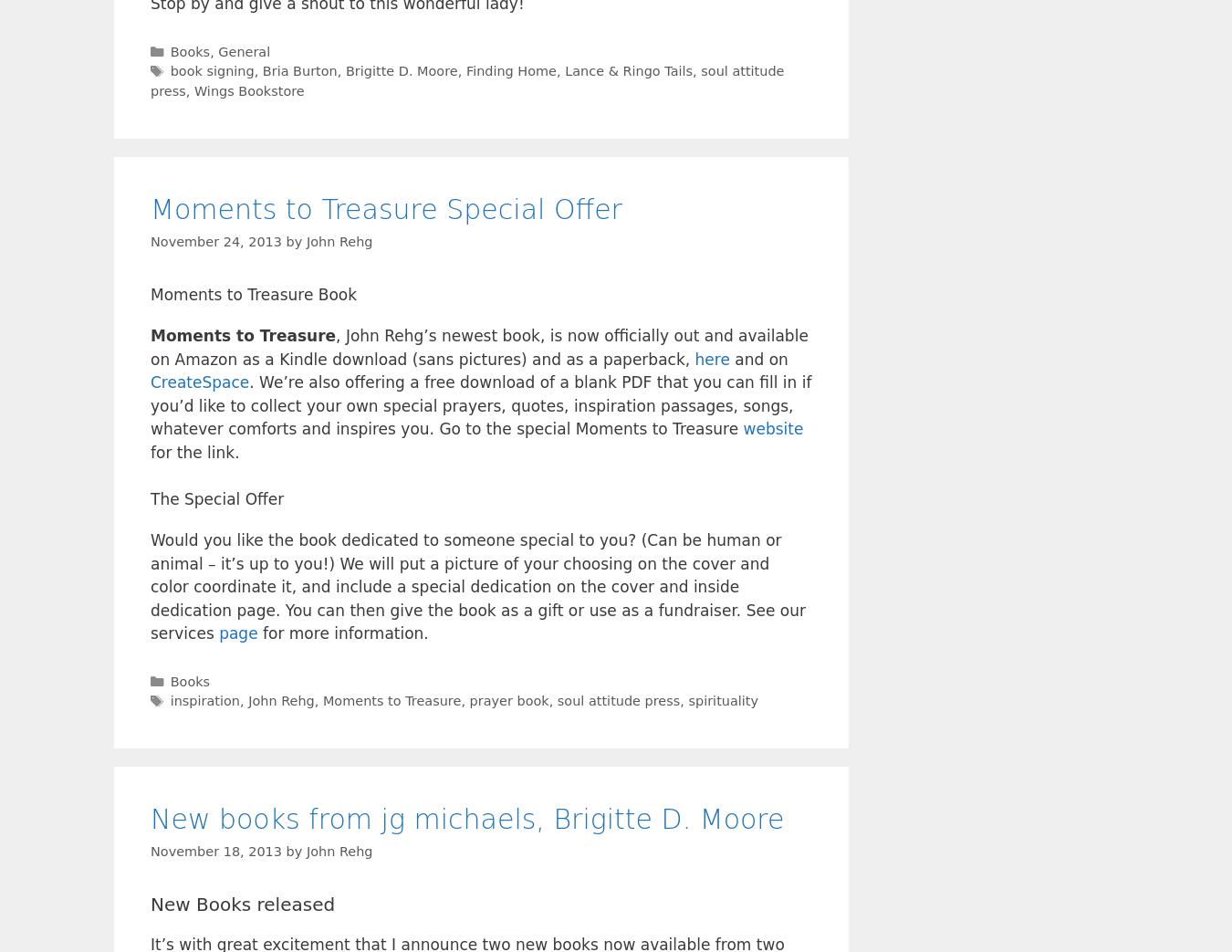  What do you see at coordinates (211, 71) in the screenshot?
I see `'book signing'` at bounding box center [211, 71].